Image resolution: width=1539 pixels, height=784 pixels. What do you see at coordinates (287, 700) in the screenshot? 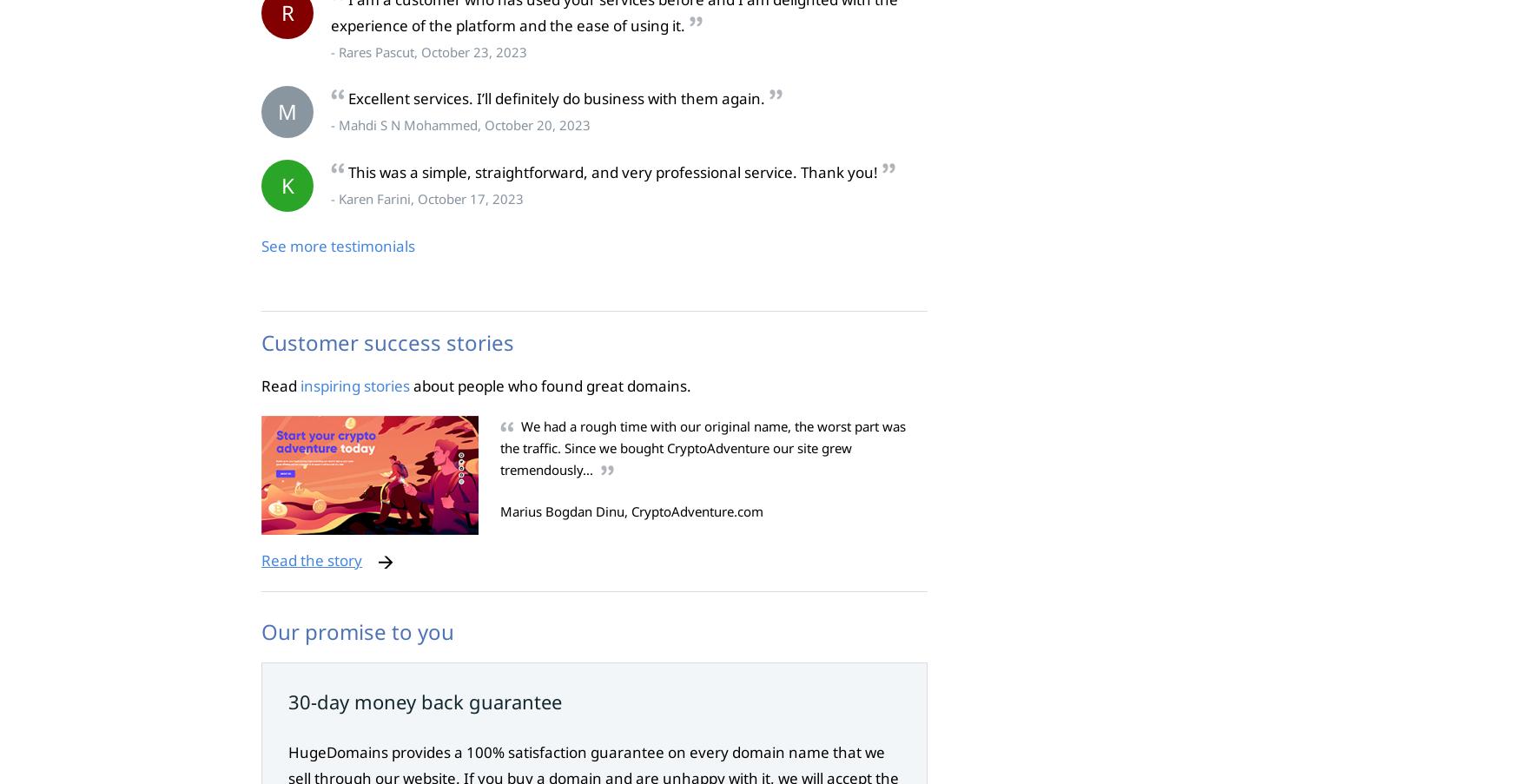
I see `'30-day money back guarantee'` at bounding box center [287, 700].